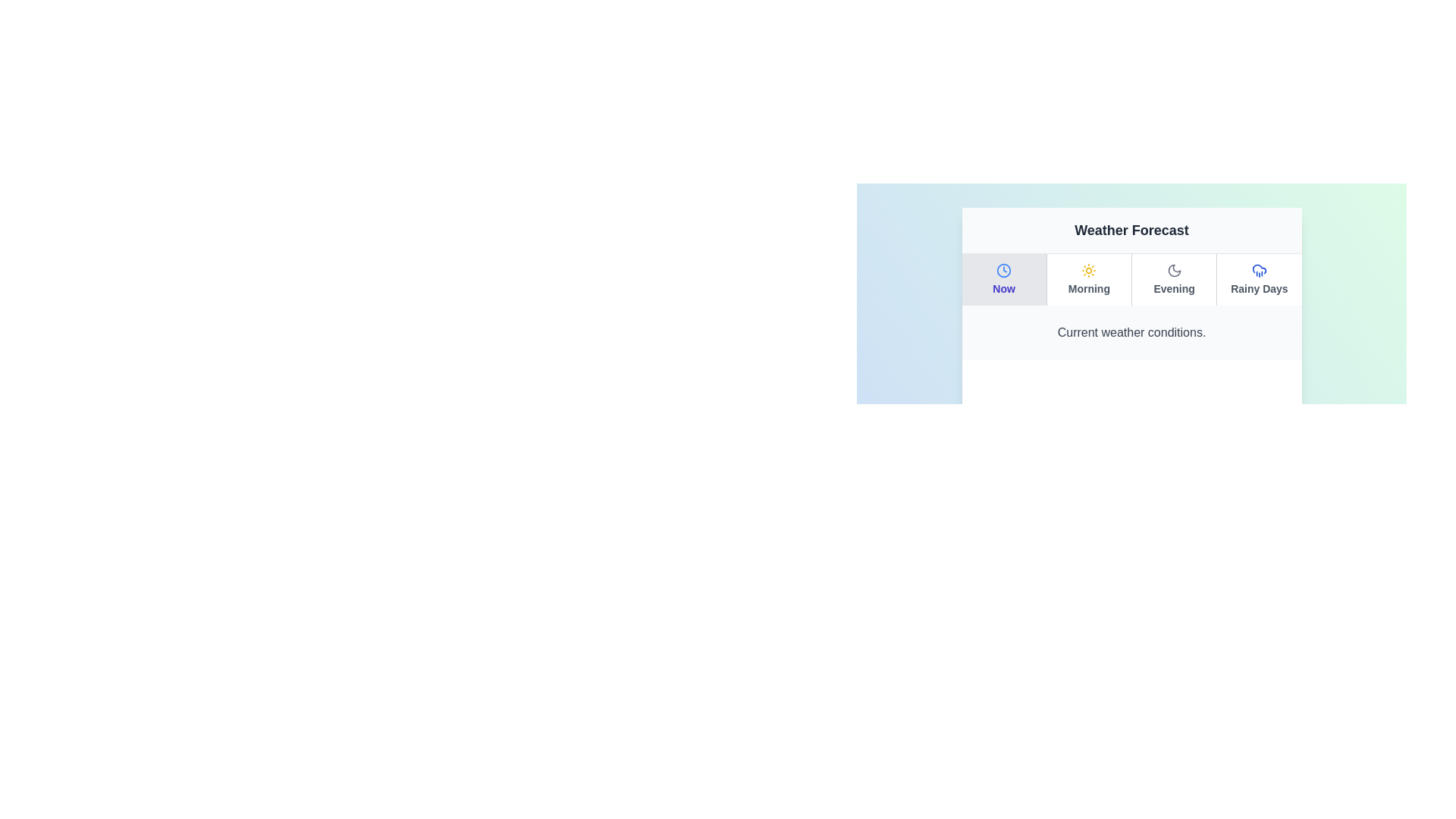 Image resolution: width=1456 pixels, height=819 pixels. What do you see at coordinates (1004, 280) in the screenshot?
I see `the 'Now' button located below the clock icon in the top navigation bar` at bounding box center [1004, 280].